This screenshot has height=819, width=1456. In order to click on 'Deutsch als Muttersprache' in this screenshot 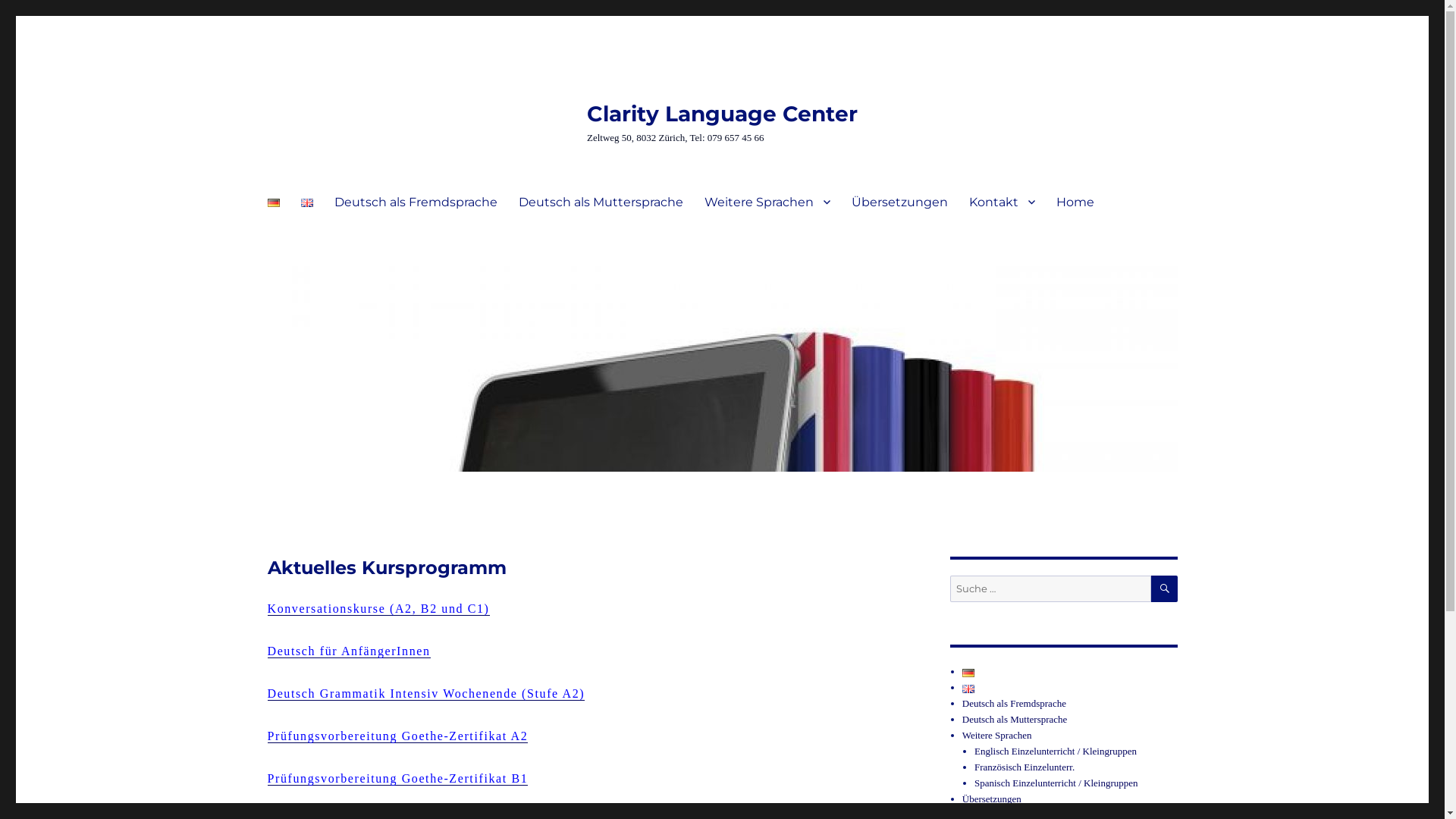, I will do `click(1015, 718)`.